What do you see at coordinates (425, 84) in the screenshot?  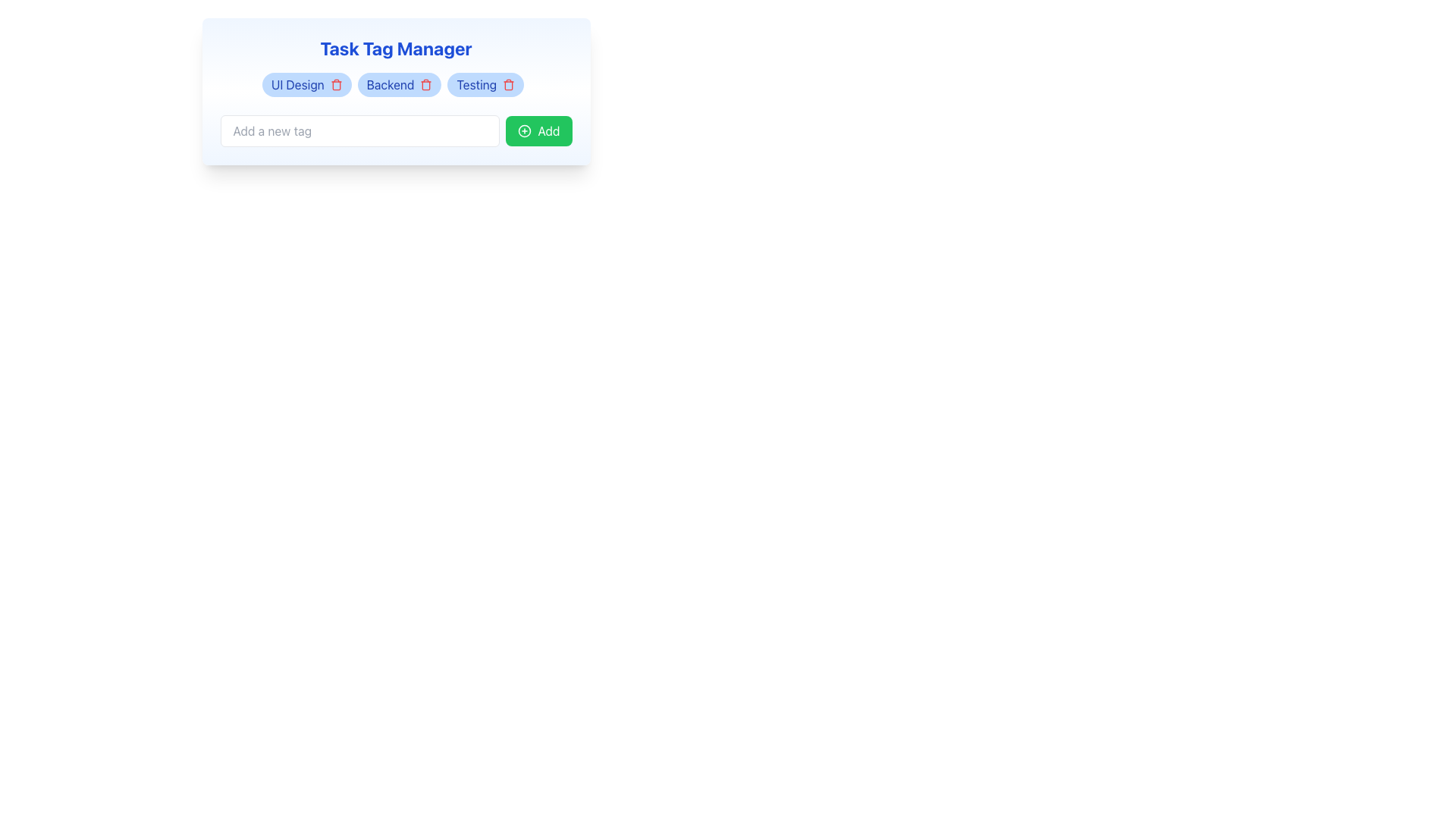 I see `the small red trash bin icon located to the right of the text 'Backend'` at bounding box center [425, 84].